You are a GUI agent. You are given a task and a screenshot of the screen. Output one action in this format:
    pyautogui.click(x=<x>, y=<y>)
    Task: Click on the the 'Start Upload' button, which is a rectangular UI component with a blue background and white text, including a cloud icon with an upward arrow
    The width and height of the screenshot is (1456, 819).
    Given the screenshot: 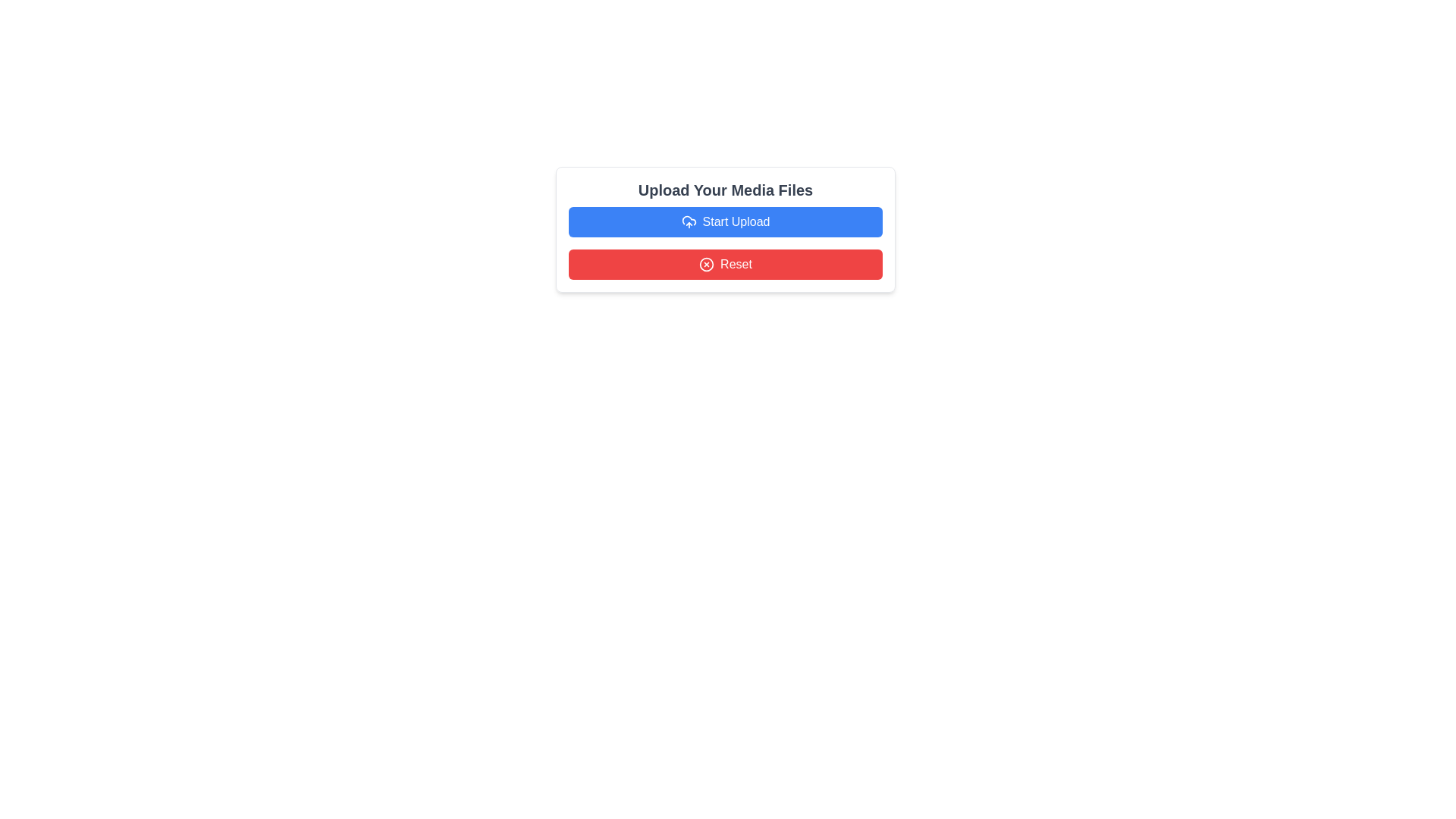 What is the action you would take?
    pyautogui.click(x=724, y=230)
    